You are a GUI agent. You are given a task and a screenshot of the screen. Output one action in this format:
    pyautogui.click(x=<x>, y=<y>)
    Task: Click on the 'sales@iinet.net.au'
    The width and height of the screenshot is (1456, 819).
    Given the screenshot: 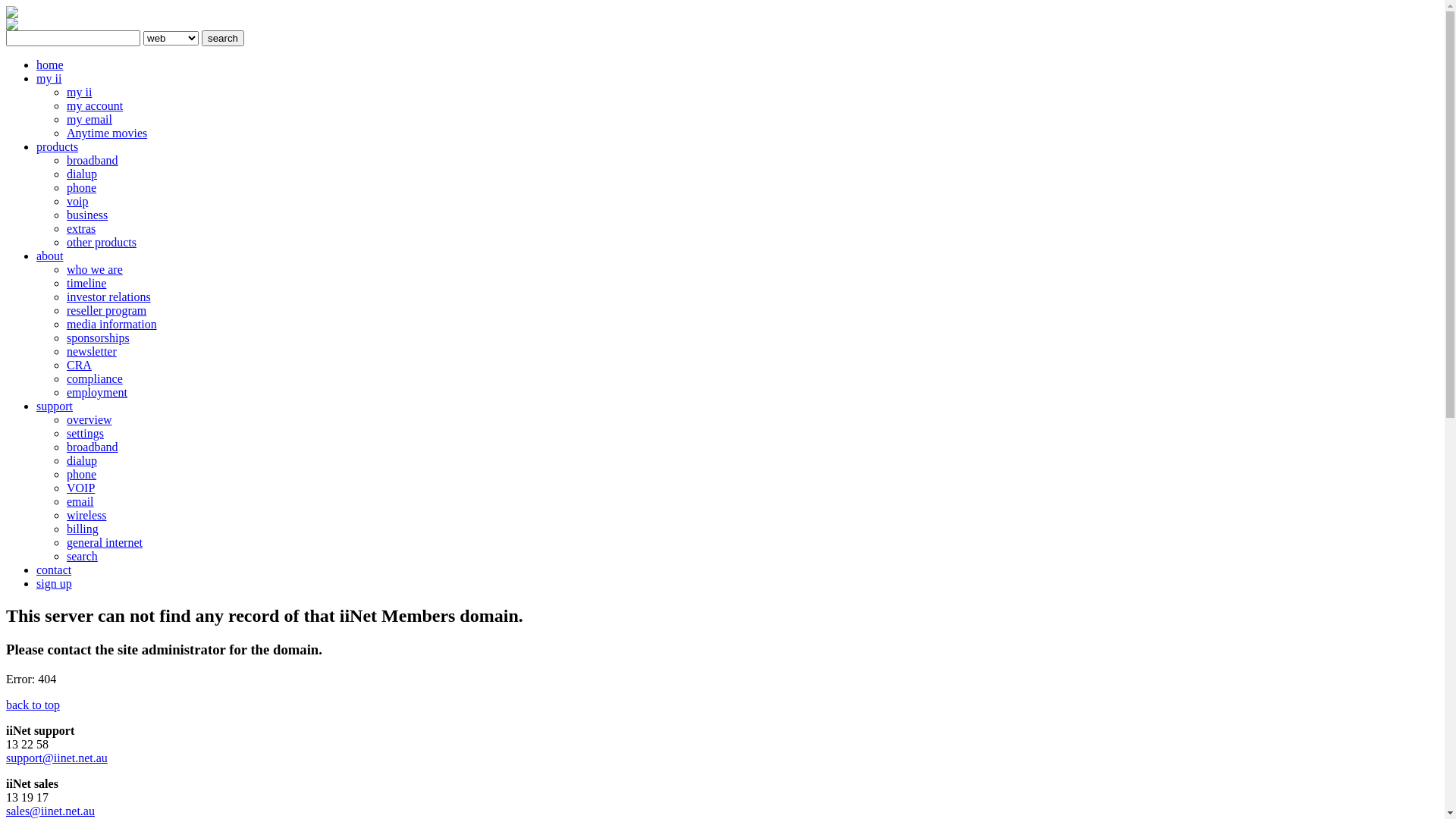 What is the action you would take?
    pyautogui.click(x=50, y=810)
    